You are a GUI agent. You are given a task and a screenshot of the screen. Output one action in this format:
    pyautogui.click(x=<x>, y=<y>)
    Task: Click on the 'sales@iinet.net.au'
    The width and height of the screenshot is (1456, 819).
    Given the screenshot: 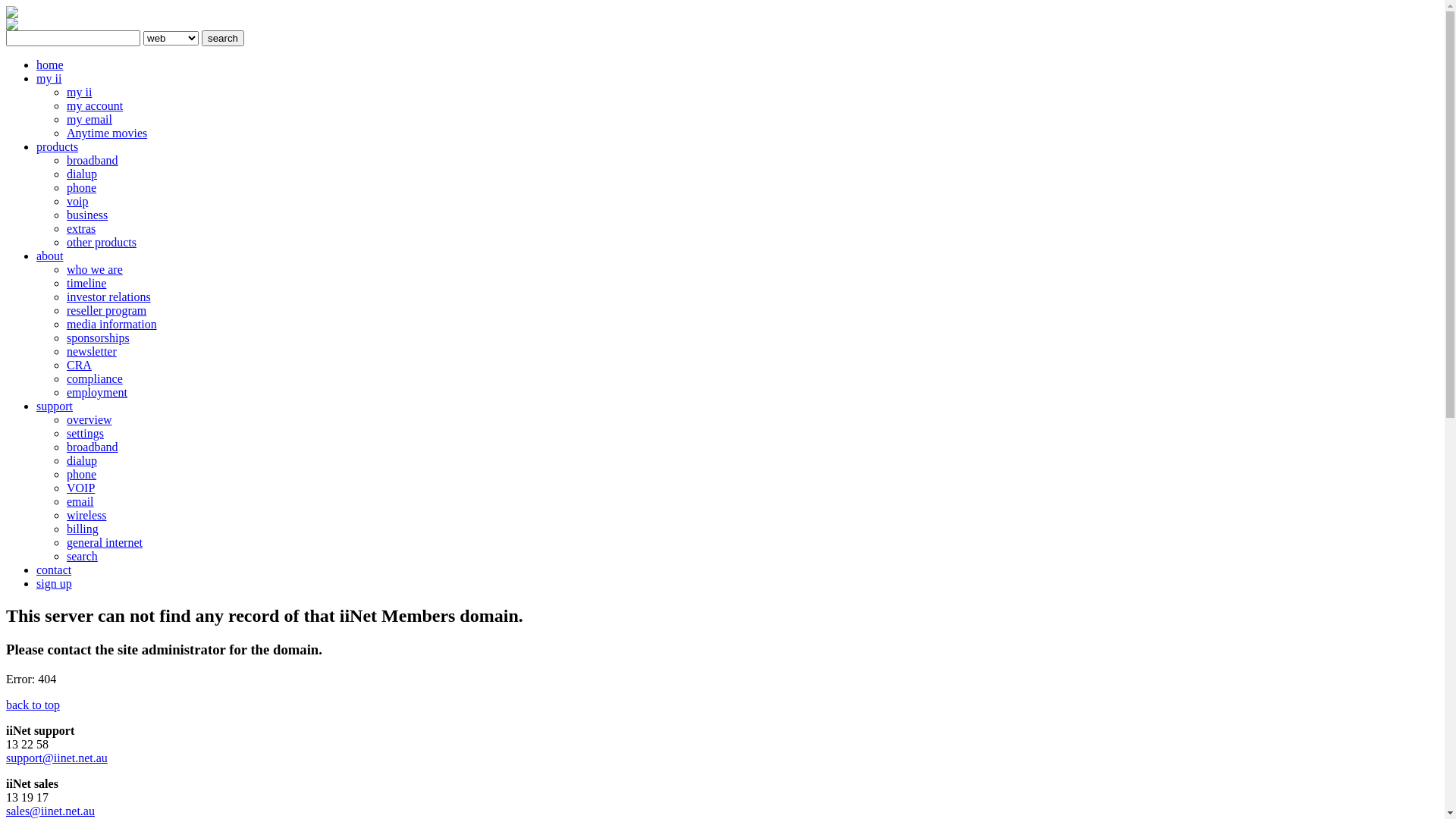 What is the action you would take?
    pyautogui.click(x=50, y=810)
    